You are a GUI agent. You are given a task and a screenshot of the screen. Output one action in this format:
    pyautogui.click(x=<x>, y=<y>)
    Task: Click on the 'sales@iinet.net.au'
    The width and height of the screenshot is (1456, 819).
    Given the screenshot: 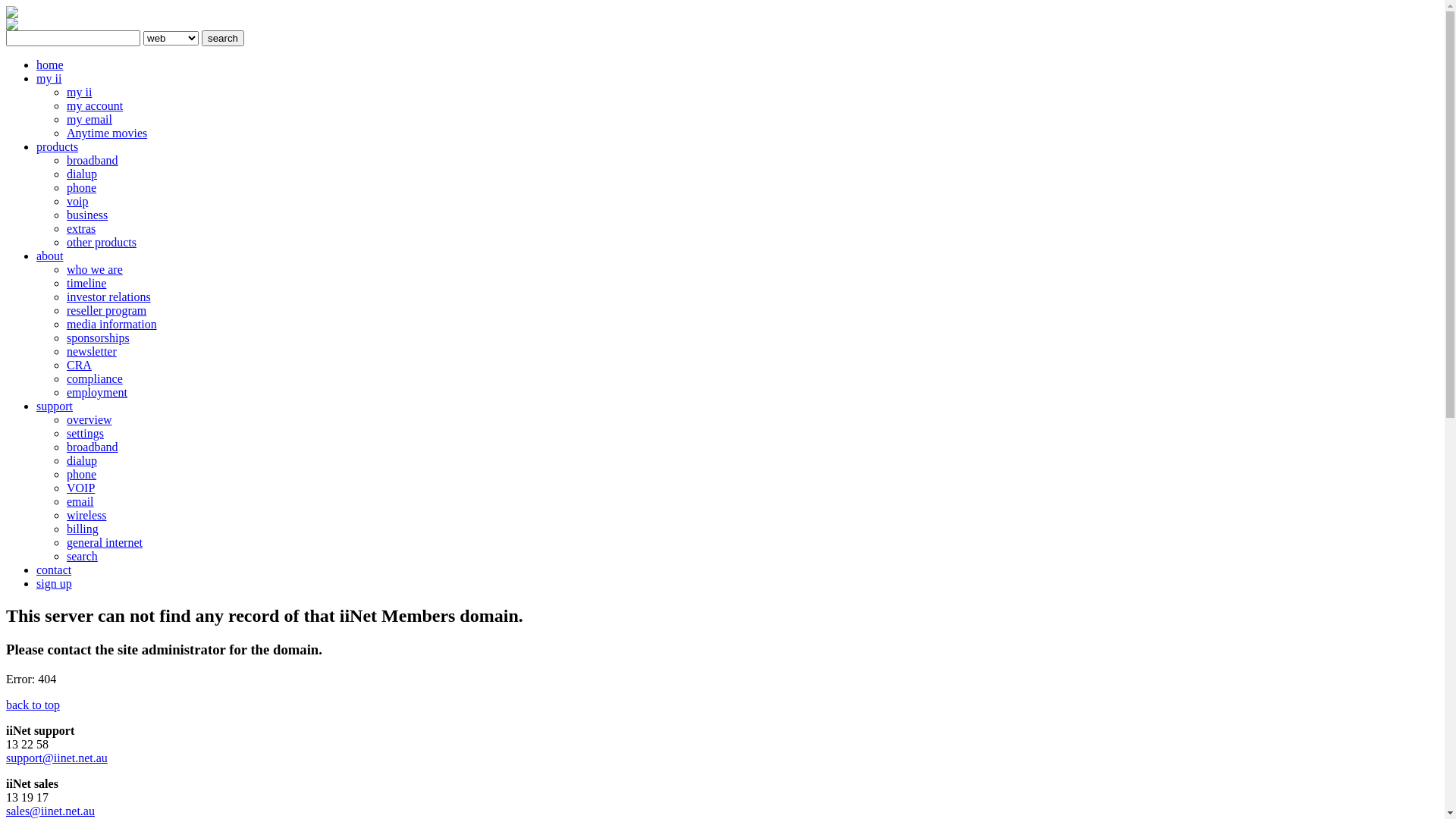 What is the action you would take?
    pyautogui.click(x=50, y=810)
    